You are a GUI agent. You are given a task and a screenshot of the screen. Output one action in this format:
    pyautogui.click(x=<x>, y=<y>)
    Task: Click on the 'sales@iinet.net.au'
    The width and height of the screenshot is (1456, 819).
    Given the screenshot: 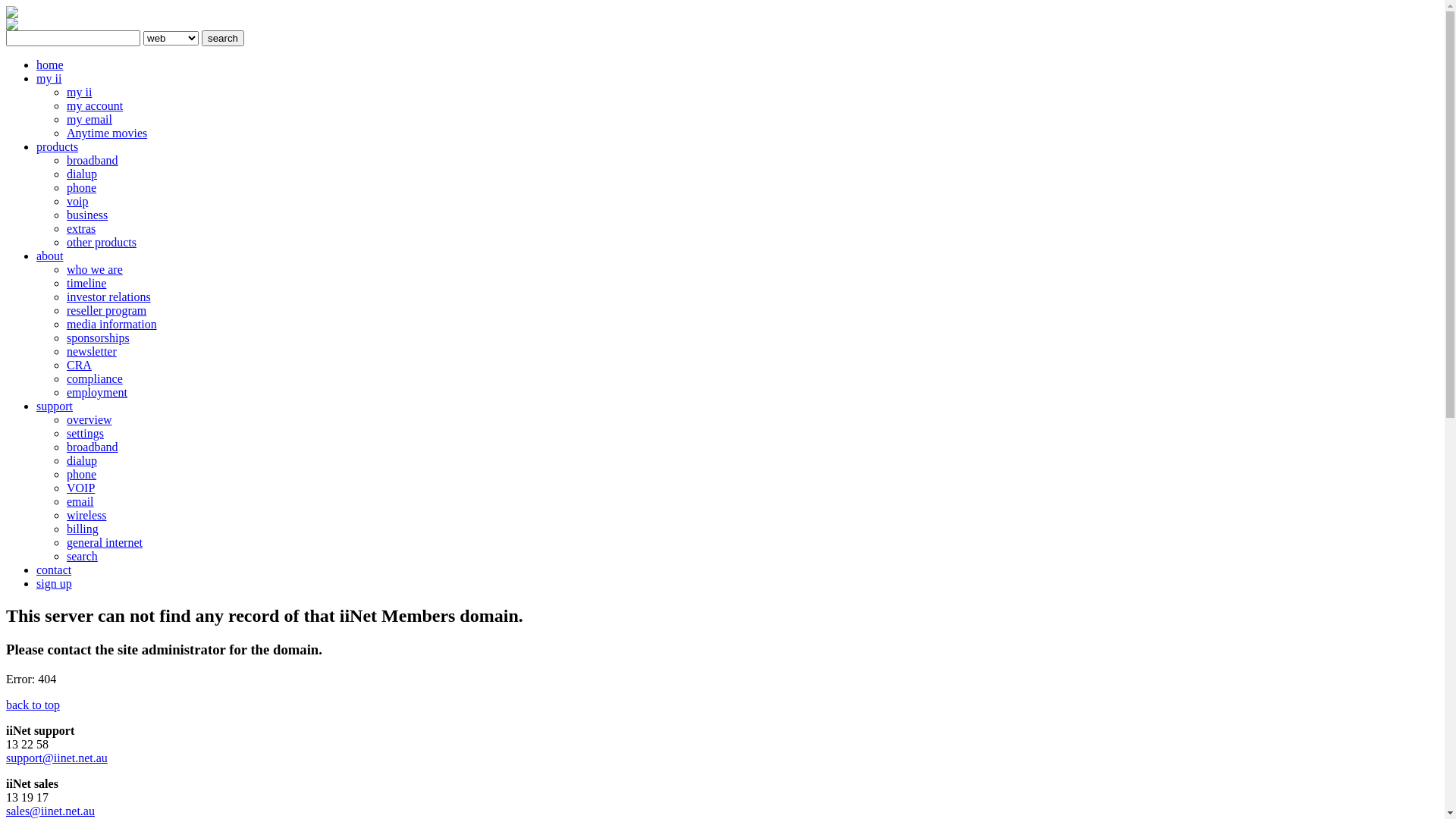 What is the action you would take?
    pyautogui.click(x=50, y=810)
    